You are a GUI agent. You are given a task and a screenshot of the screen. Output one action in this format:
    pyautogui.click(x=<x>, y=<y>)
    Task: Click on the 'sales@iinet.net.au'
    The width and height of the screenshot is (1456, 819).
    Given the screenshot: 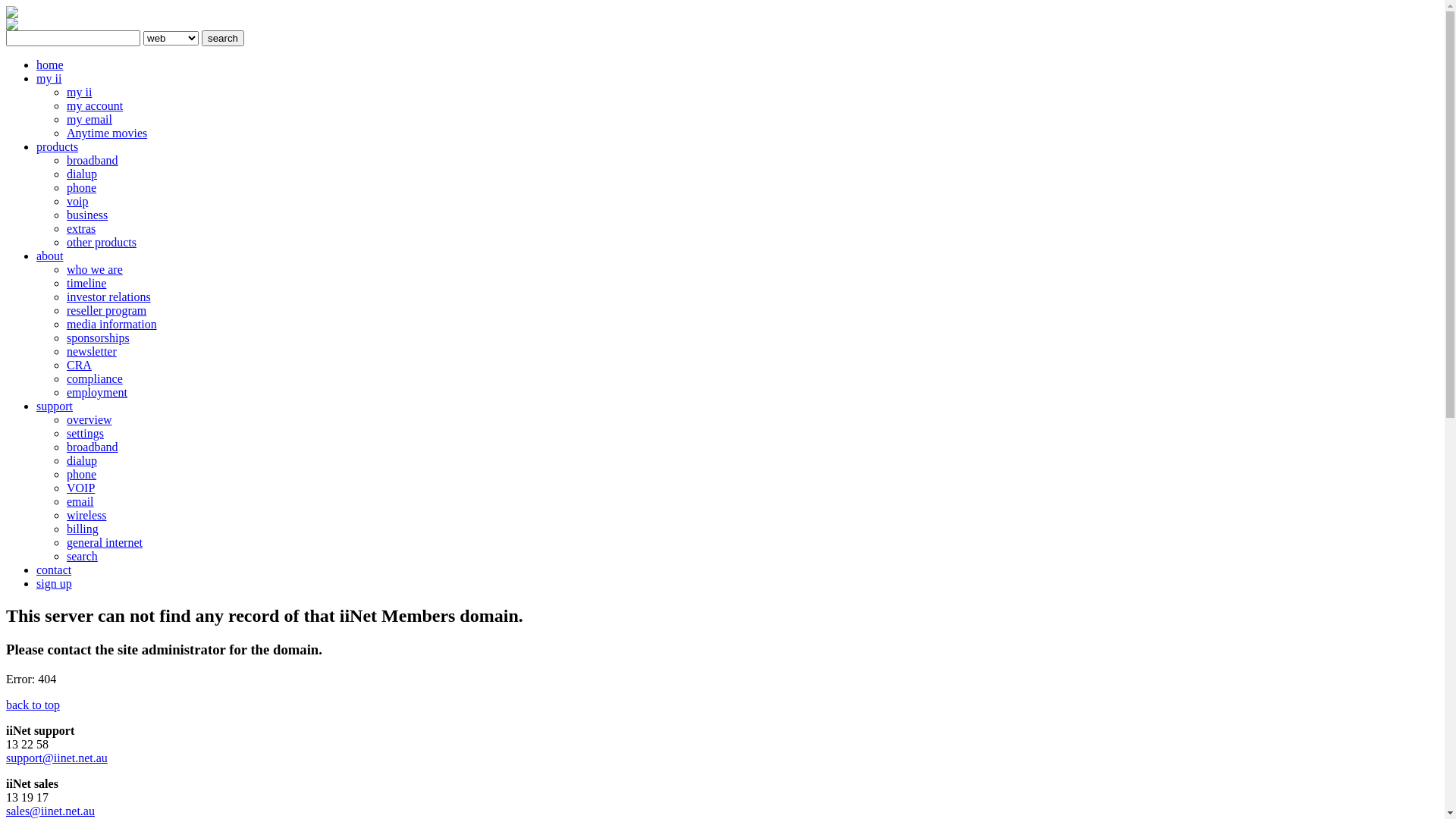 What is the action you would take?
    pyautogui.click(x=50, y=810)
    